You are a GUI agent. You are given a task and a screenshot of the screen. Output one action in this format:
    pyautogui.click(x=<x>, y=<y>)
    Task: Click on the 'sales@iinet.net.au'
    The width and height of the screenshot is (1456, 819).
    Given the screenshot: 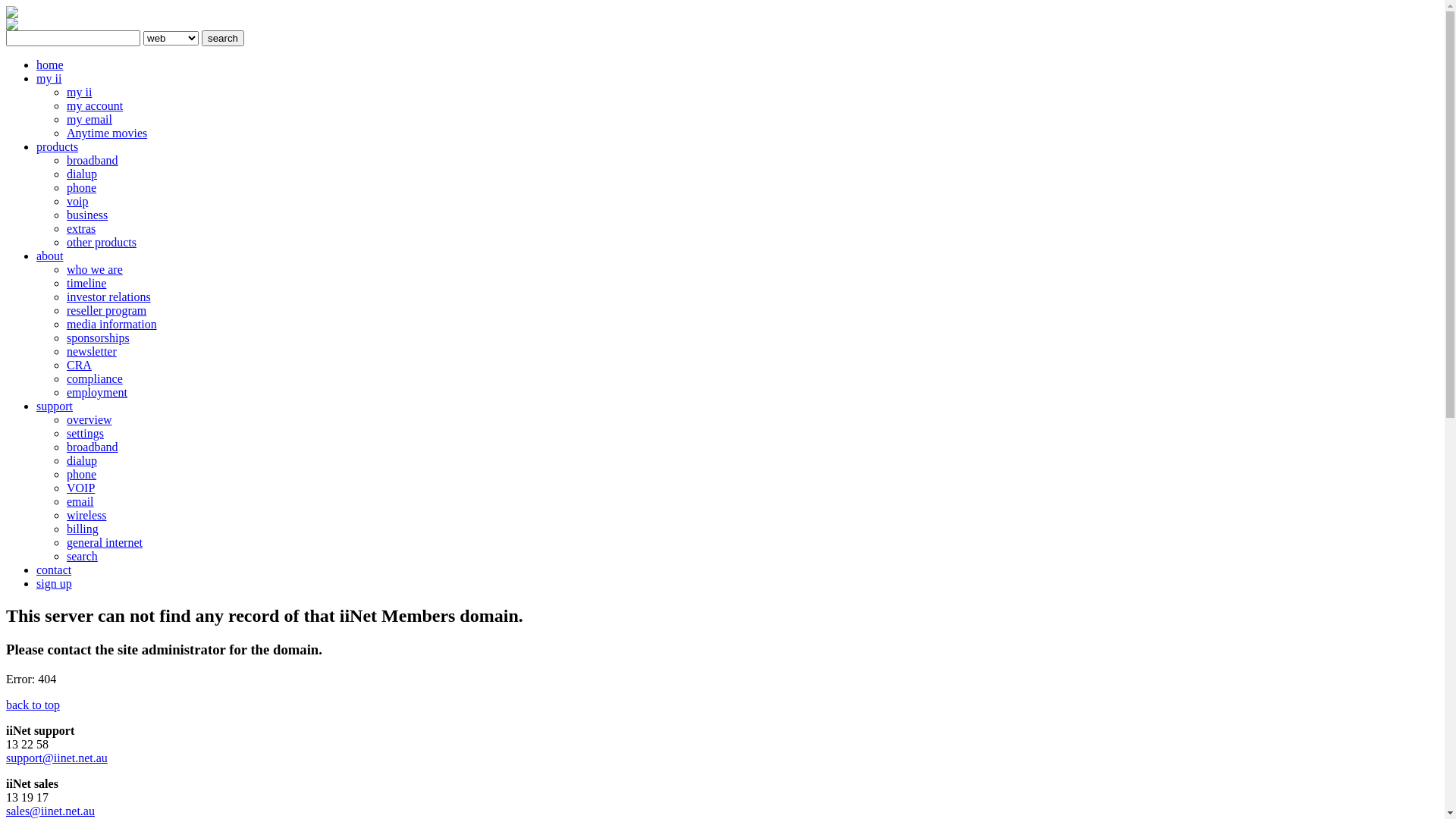 What is the action you would take?
    pyautogui.click(x=50, y=810)
    